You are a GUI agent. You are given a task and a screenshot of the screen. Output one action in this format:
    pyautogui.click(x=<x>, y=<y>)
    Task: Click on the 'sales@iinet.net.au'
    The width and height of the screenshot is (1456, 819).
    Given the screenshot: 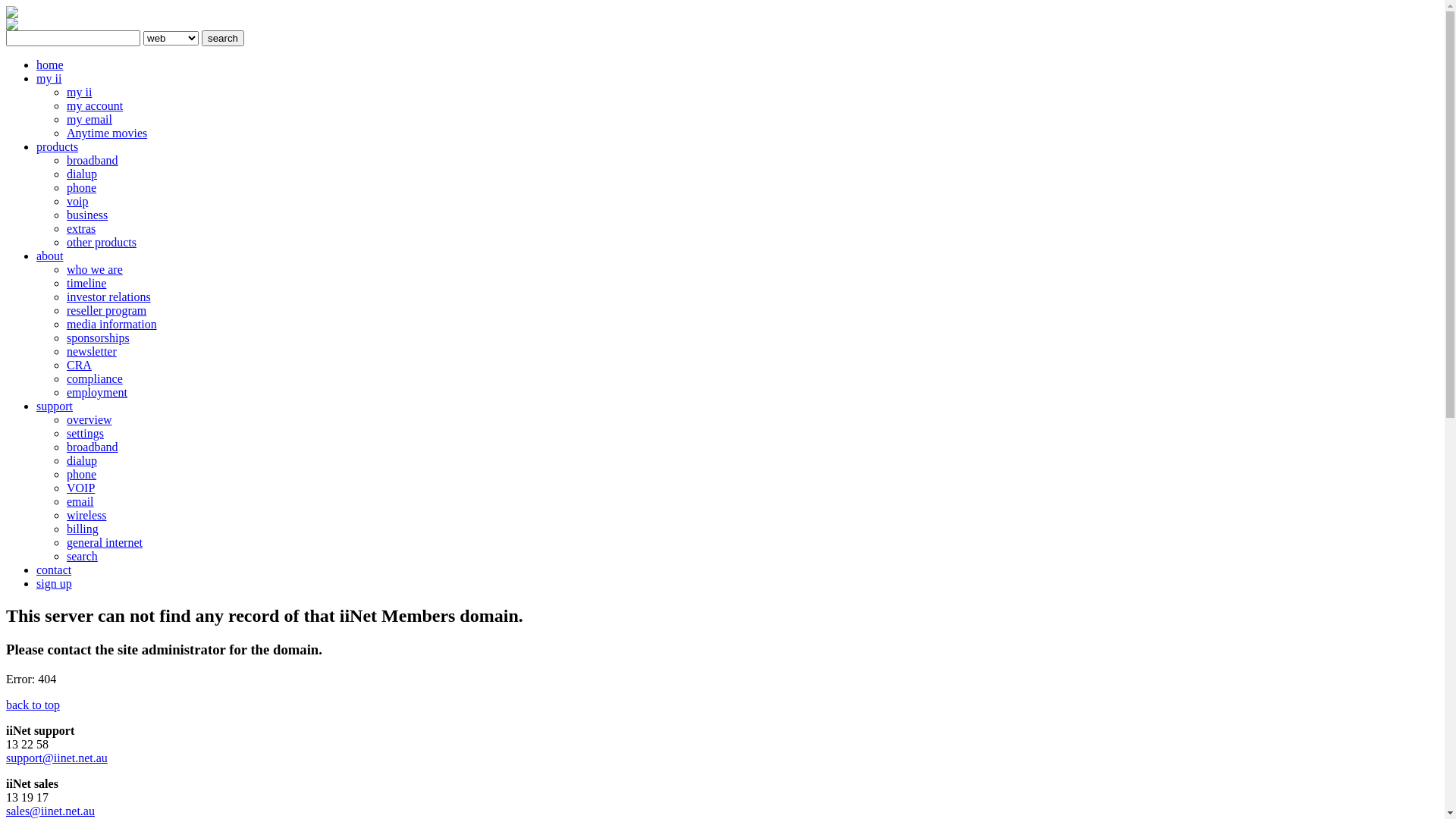 What is the action you would take?
    pyautogui.click(x=50, y=810)
    